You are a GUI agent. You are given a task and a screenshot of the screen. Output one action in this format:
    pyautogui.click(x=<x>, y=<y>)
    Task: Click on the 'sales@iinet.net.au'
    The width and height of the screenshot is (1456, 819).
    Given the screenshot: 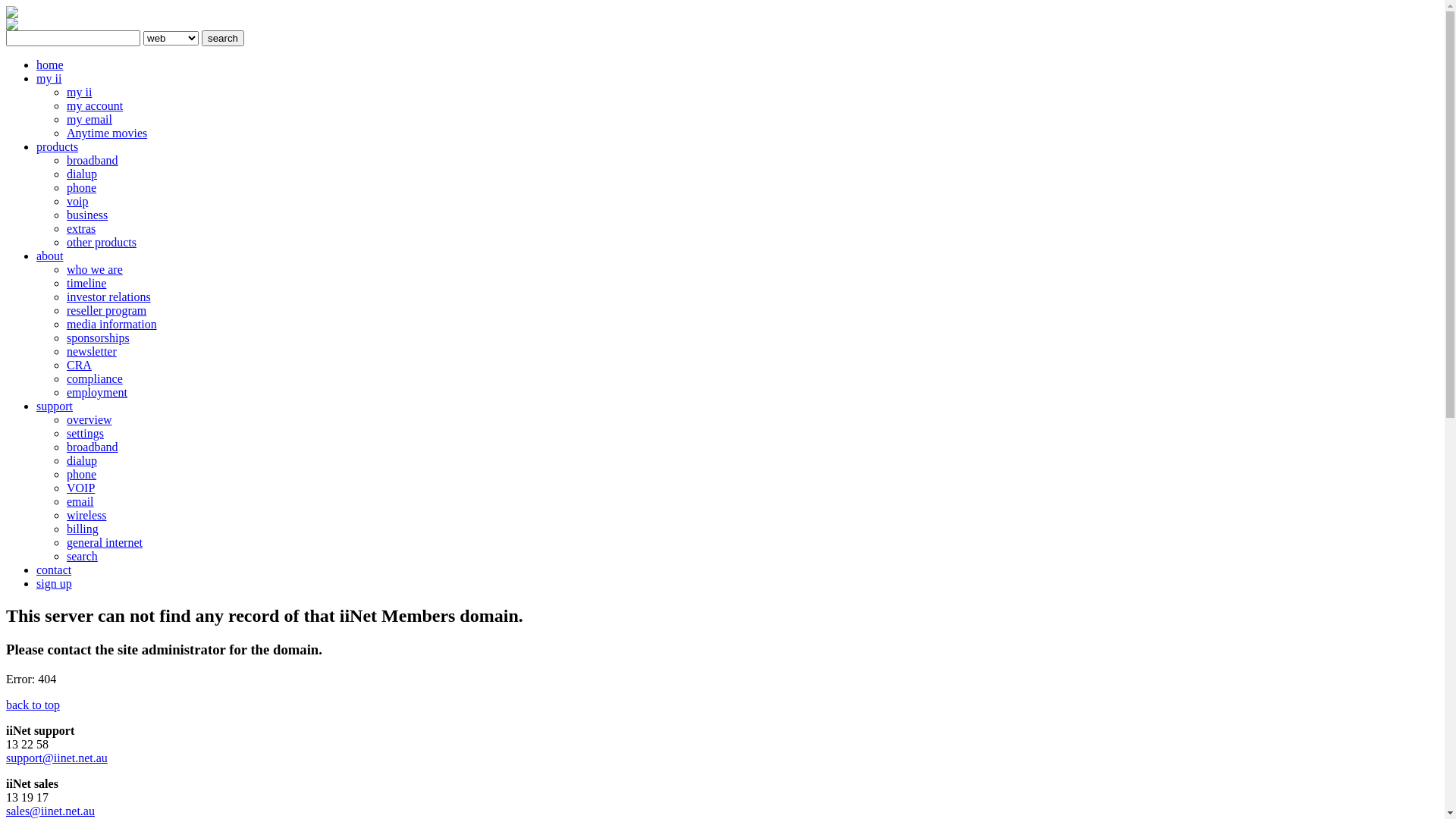 What is the action you would take?
    pyautogui.click(x=50, y=810)
    